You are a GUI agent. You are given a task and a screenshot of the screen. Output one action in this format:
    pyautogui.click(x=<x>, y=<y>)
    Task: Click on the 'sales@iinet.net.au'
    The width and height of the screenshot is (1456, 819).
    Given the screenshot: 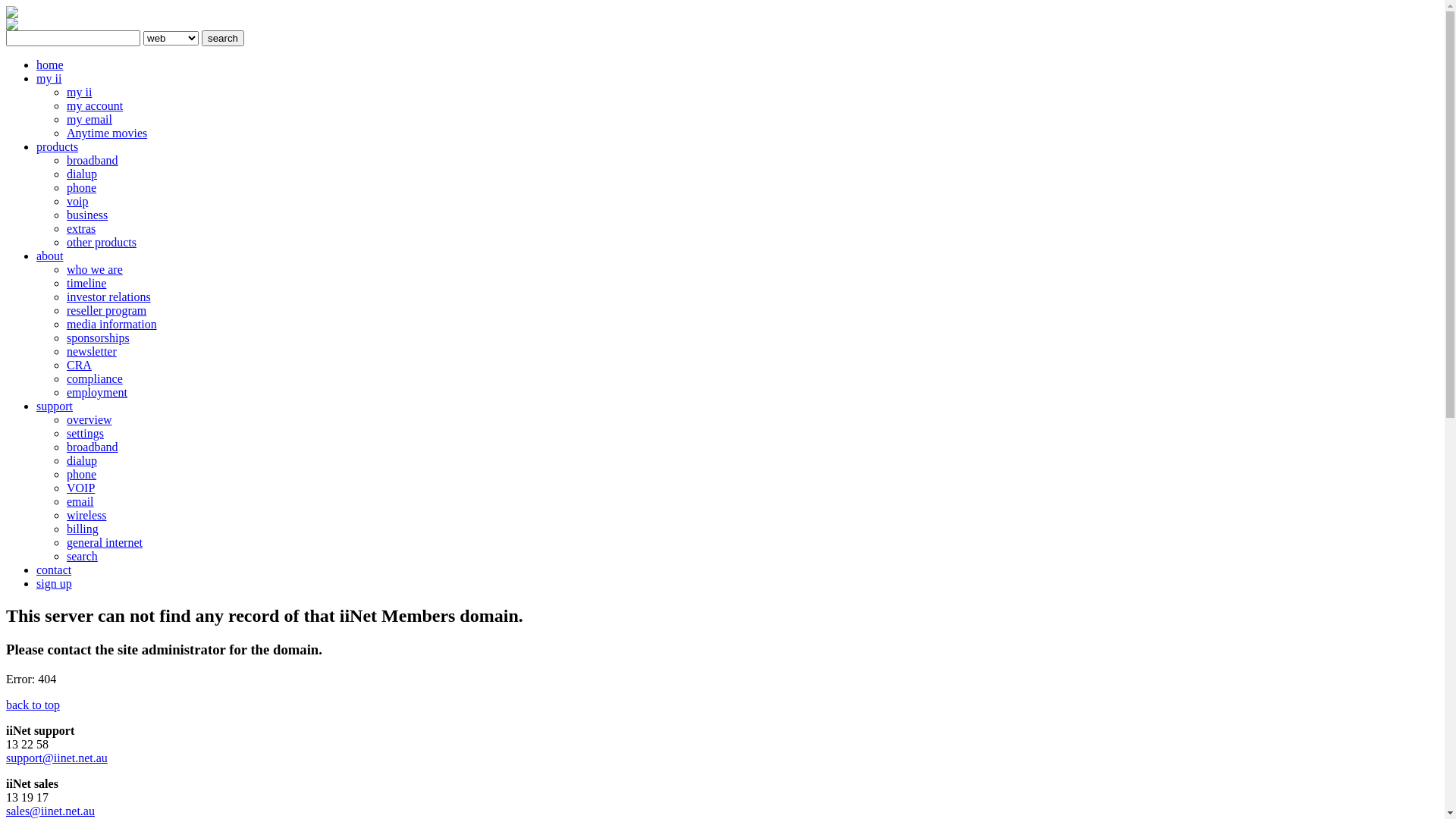 What is the action you would take?
    pyautogui.click(x=50, y=810)
    